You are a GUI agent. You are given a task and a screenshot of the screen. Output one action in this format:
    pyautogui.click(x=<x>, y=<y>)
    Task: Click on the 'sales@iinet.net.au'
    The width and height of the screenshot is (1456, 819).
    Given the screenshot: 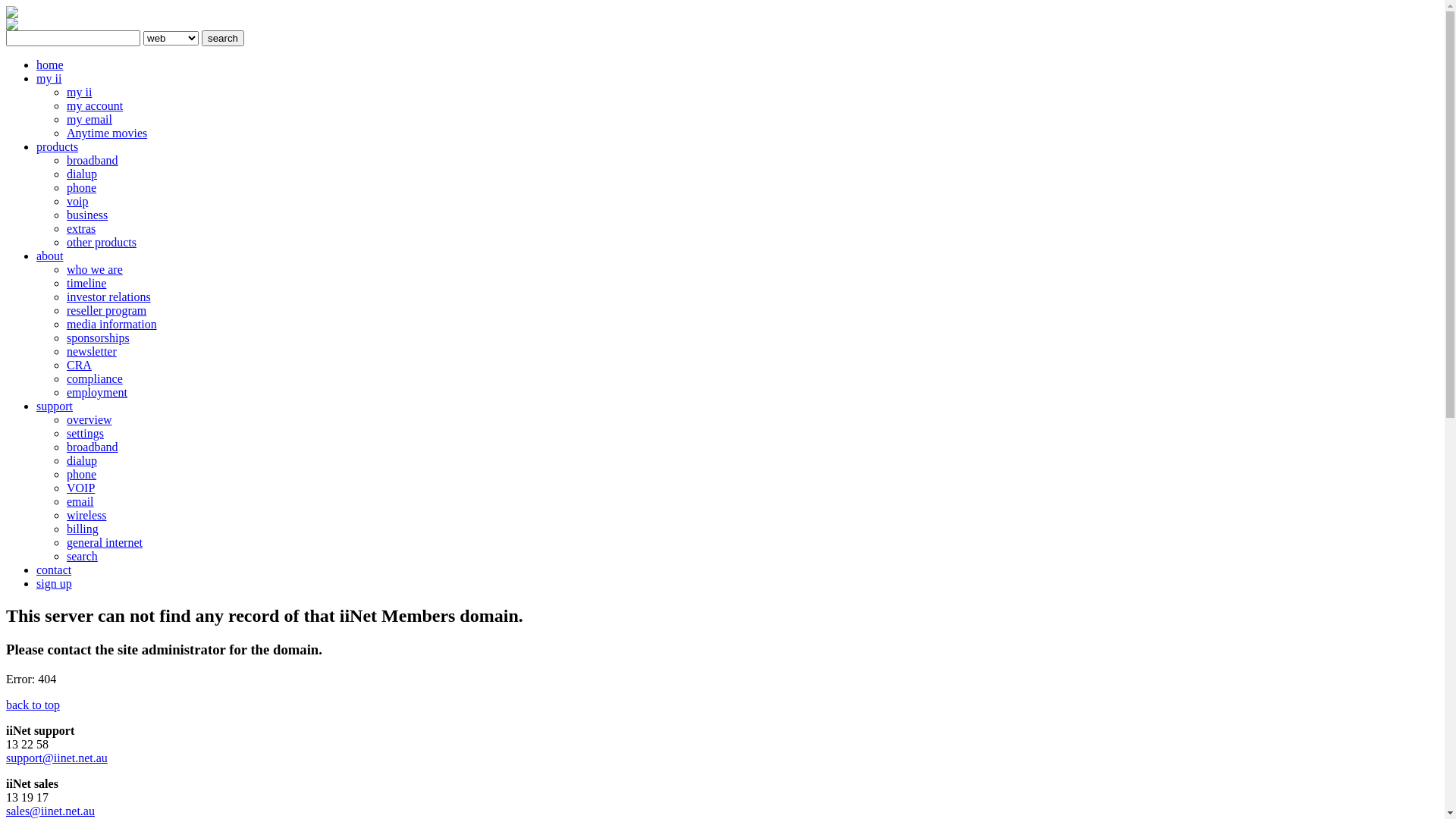 What is the action you would take?
    pyautogui.click(x=50, y=810)
    